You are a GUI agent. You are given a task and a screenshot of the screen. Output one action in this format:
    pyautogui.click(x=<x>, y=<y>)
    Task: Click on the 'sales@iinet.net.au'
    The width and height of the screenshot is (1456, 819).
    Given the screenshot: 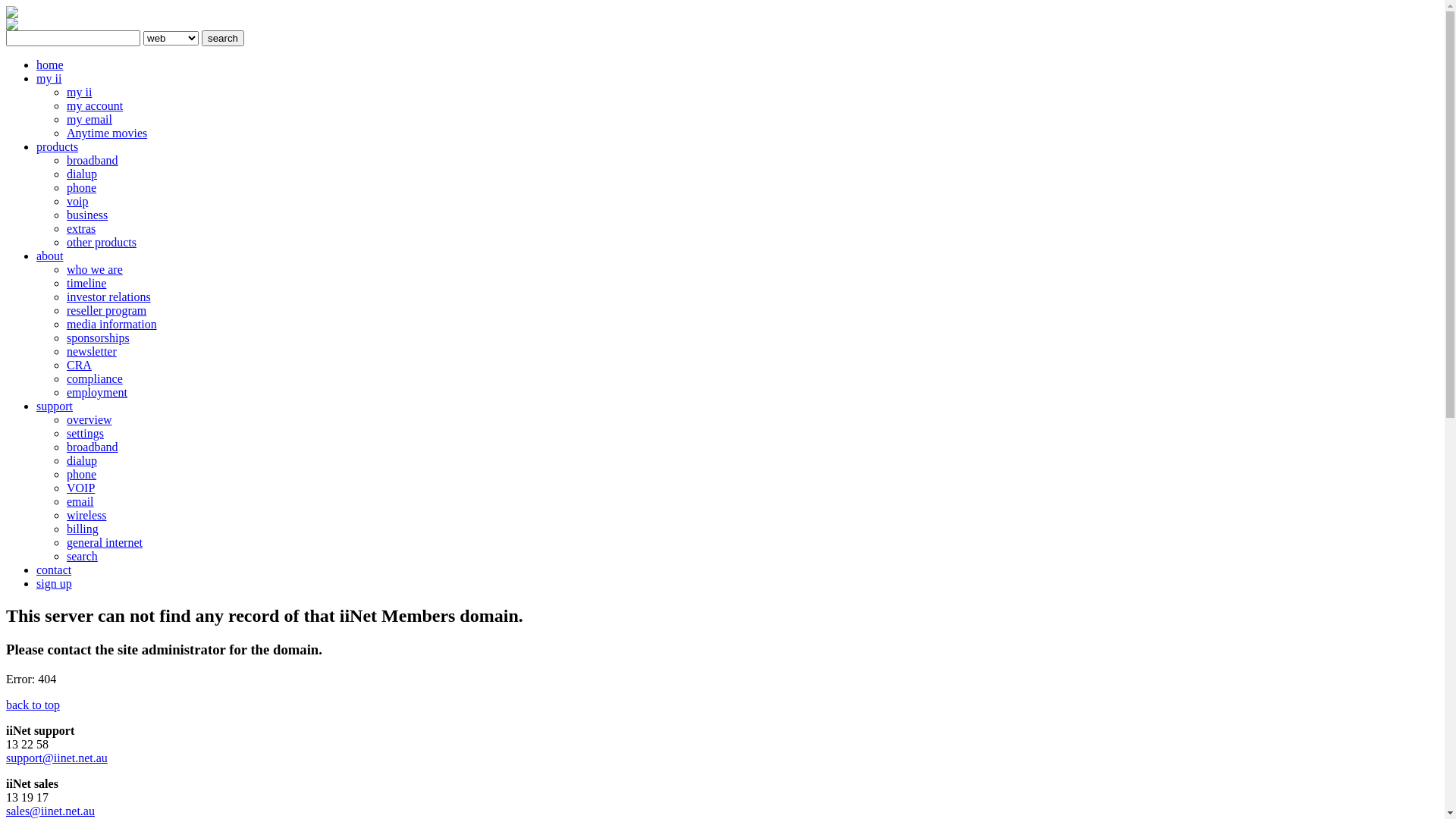 What is the action you would take?
    pyautogui.click(x=50, y=810)
    